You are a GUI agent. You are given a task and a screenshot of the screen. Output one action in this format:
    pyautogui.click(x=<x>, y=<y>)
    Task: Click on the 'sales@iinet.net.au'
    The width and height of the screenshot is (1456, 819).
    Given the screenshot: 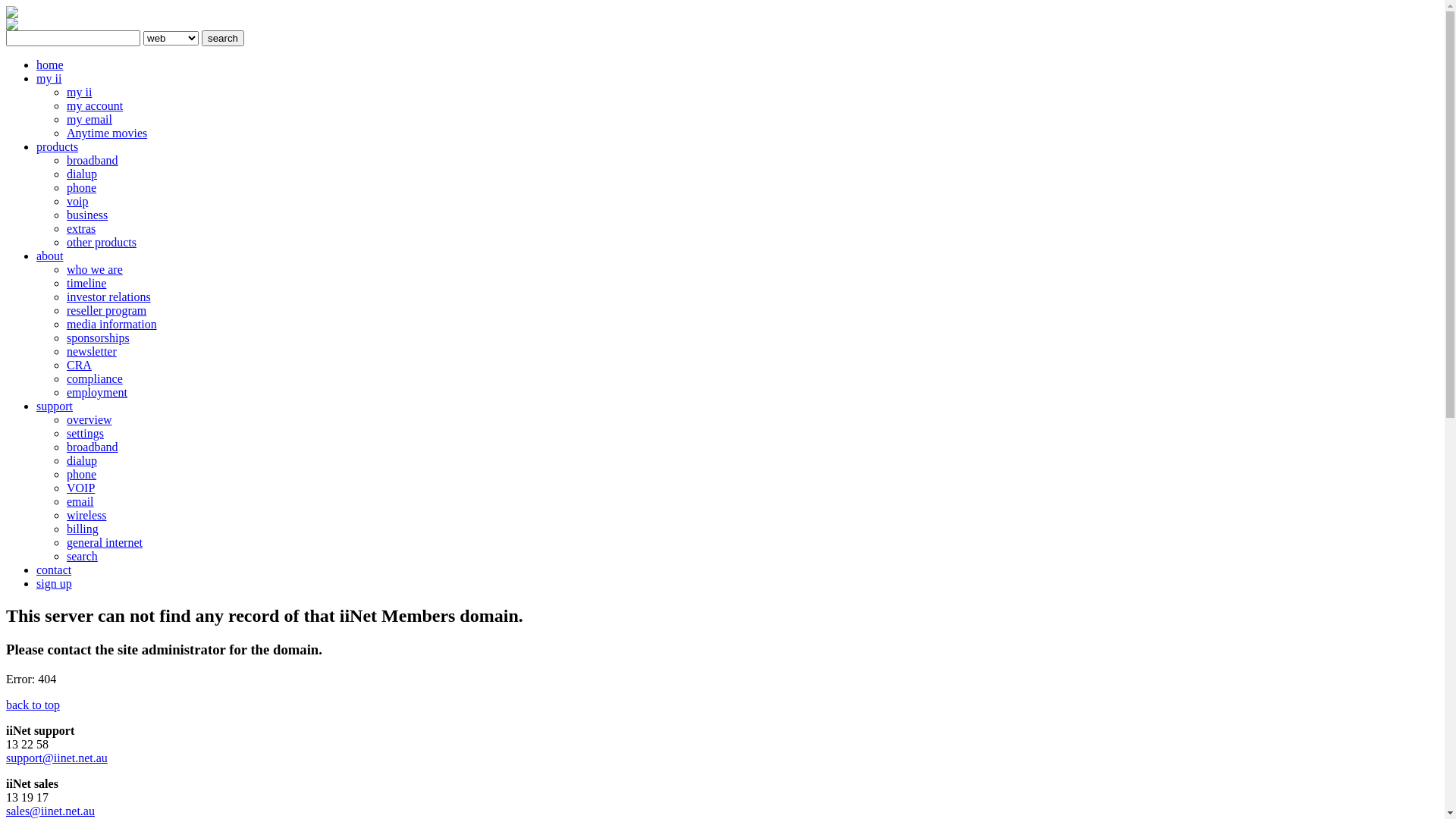 What is the action you would take?
    pyautogui.click(x=50, y=810)
    